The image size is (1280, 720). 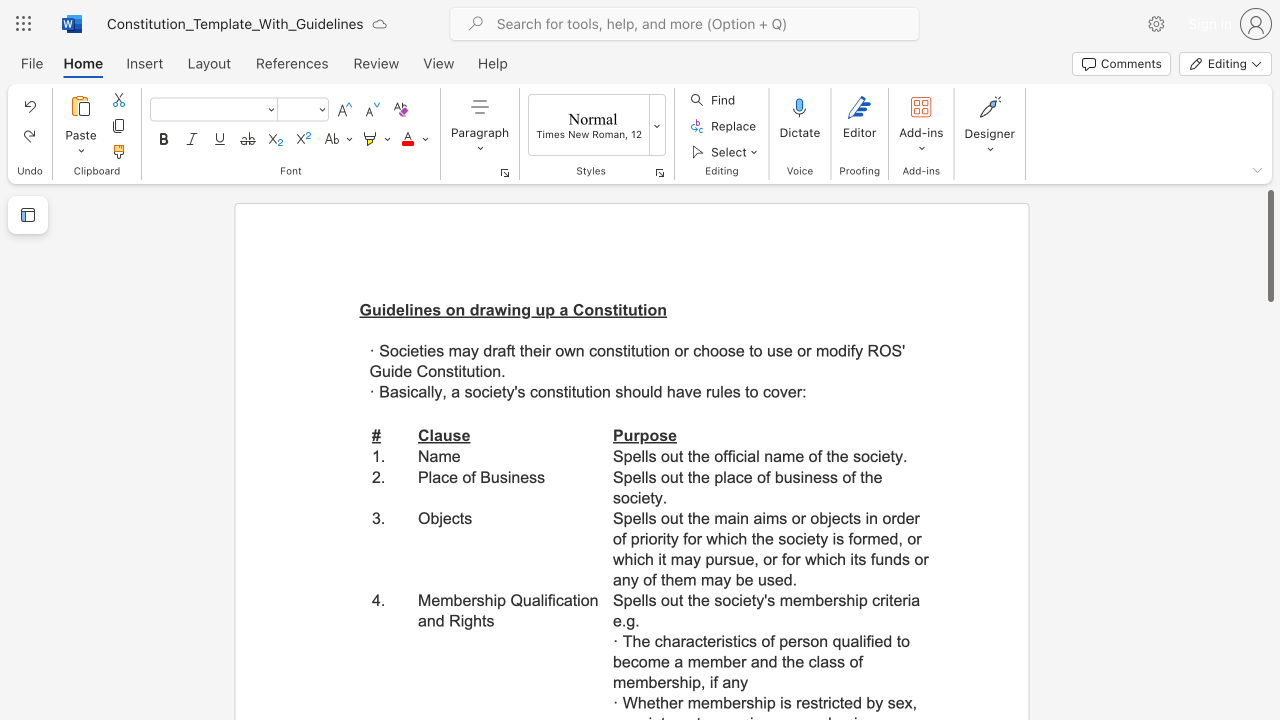 I want to click on the scrollbar on the right side to scroll the page down, so click(x=1269, y=630).